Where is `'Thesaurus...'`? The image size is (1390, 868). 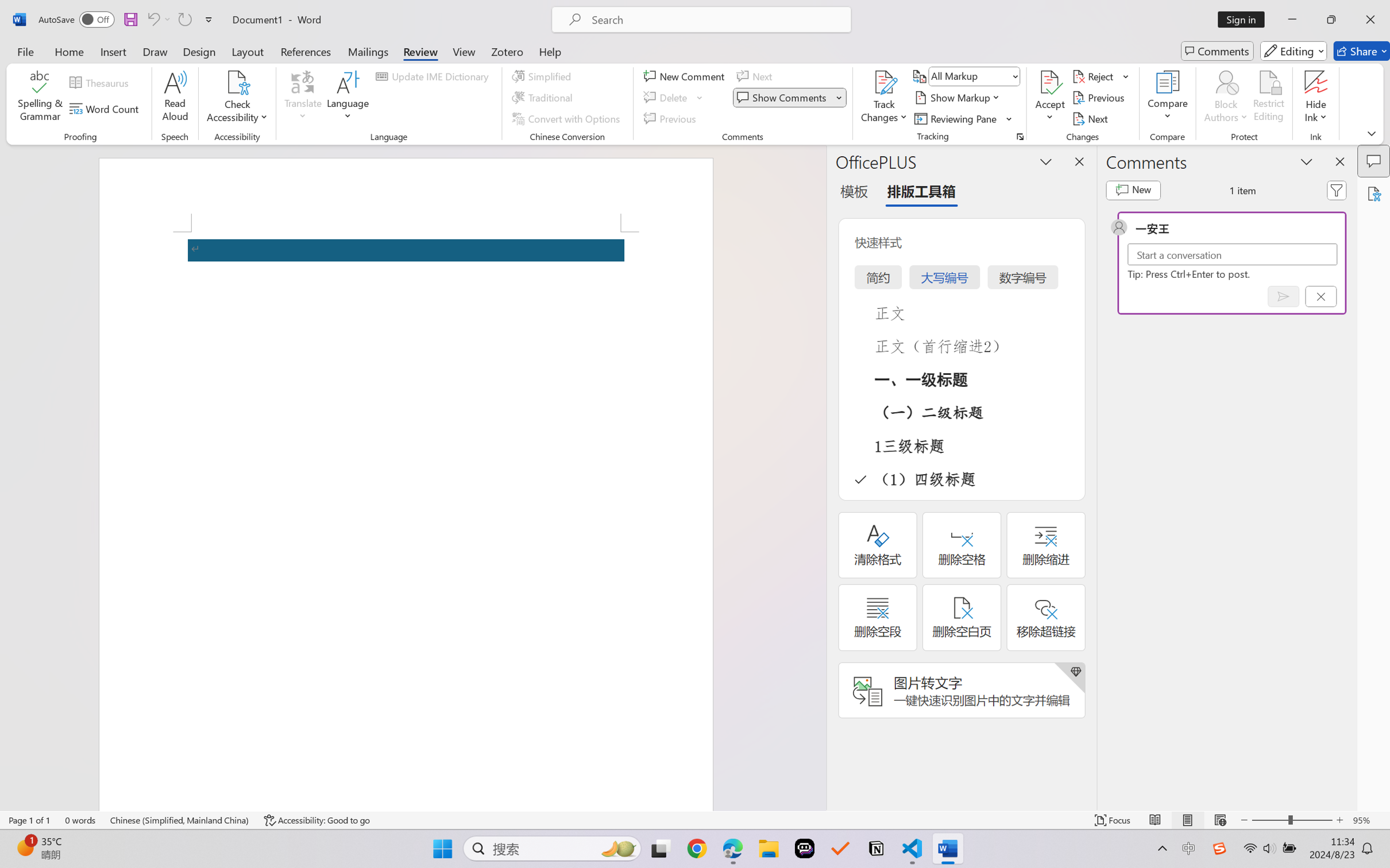 'Thesaurus...' is located at coordinates (101, 83).